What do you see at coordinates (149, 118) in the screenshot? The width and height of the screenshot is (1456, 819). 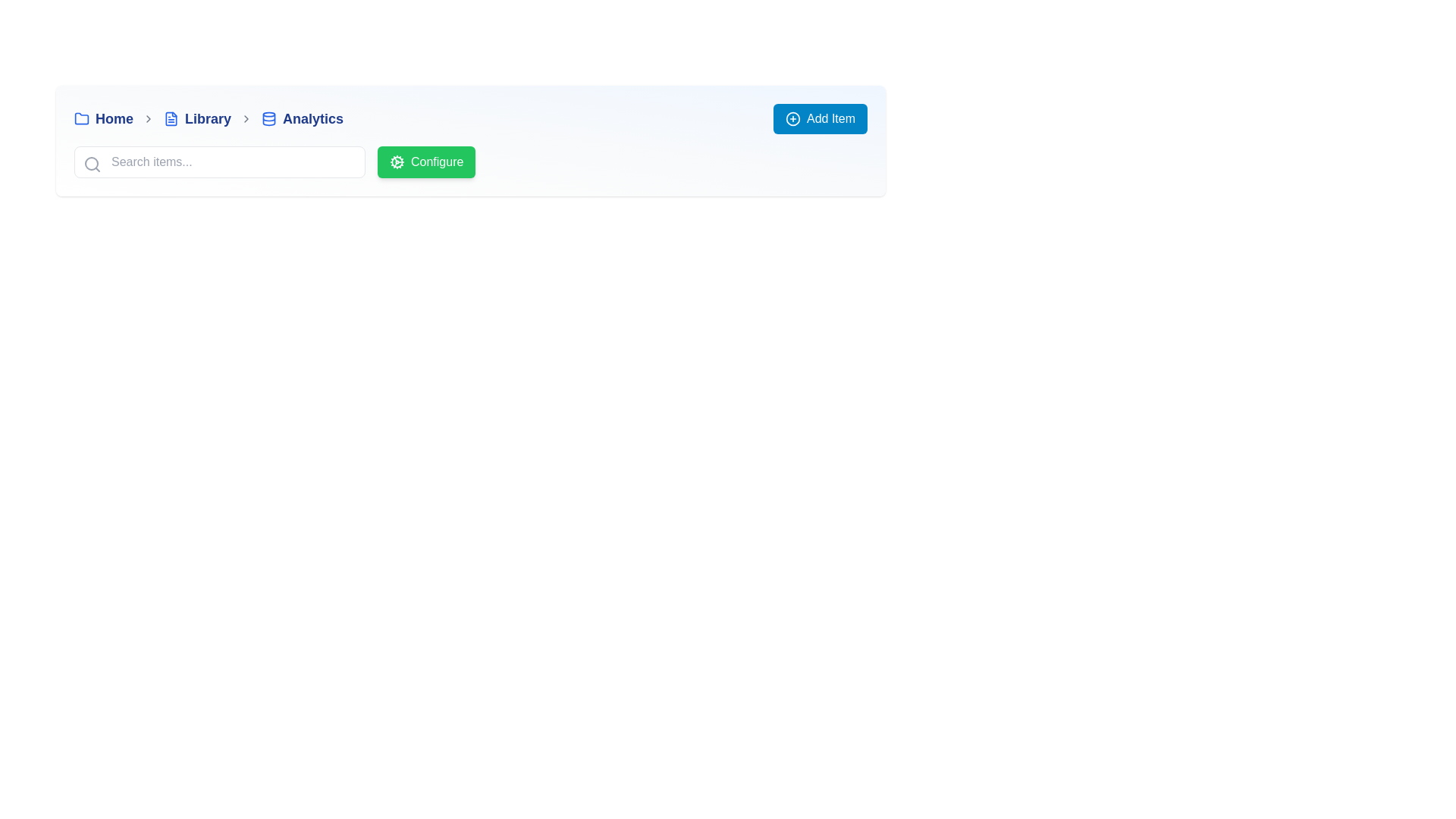 I see `the gray chevron-right icon in the breadcrumb navigation bar, which links the 'Home' and 'Library' text elements` at bounding box center [149, 118].